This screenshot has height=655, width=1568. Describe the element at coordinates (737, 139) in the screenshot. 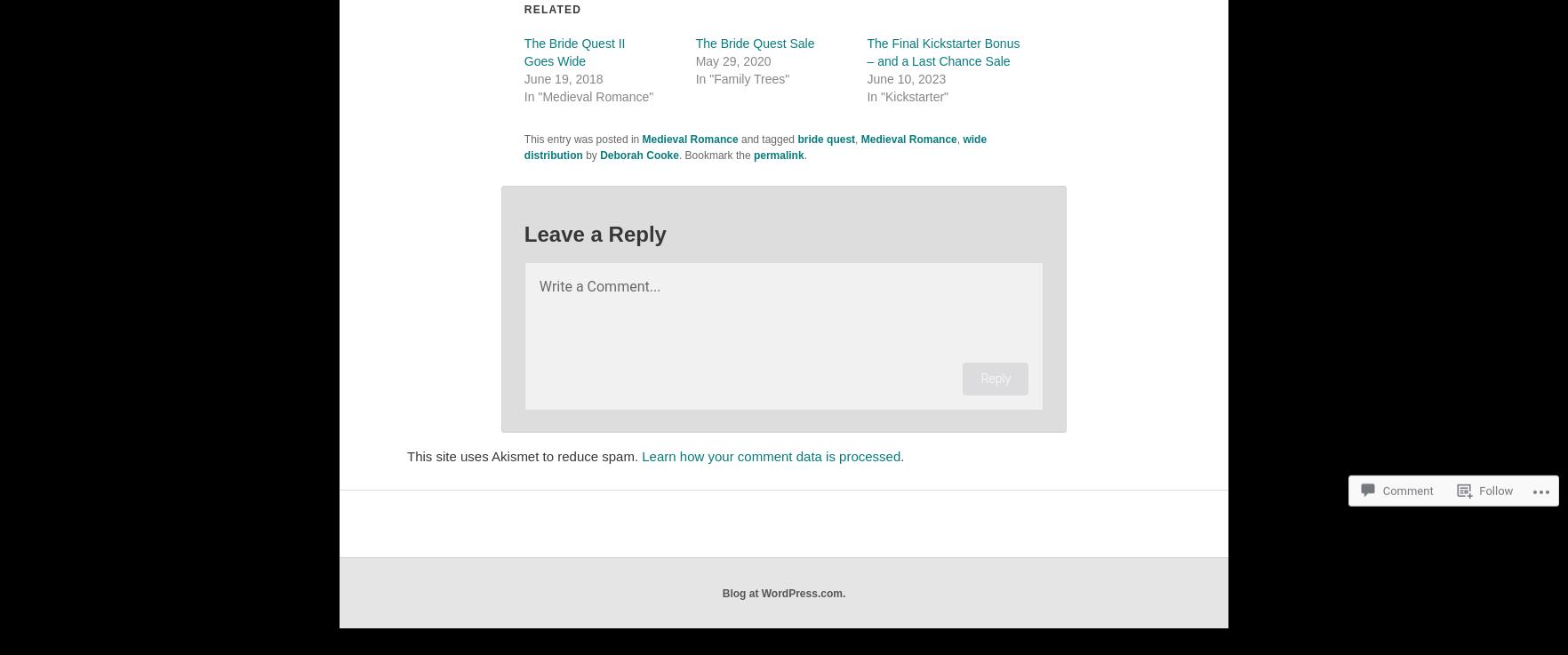

I see `'and tagged'` at that location.